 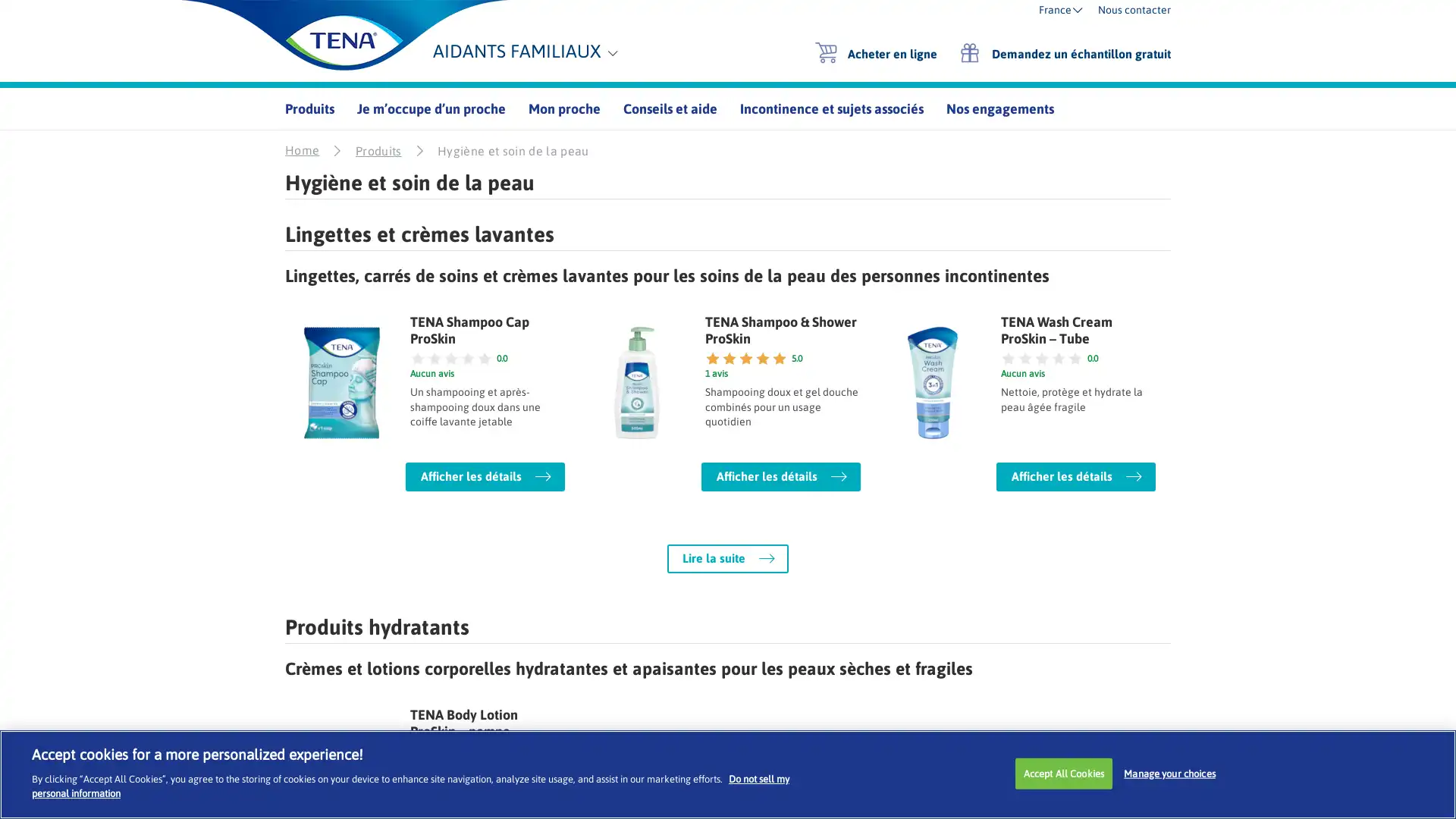 I want to click on Je moccupe dun proche, so click(x=431, y=108).